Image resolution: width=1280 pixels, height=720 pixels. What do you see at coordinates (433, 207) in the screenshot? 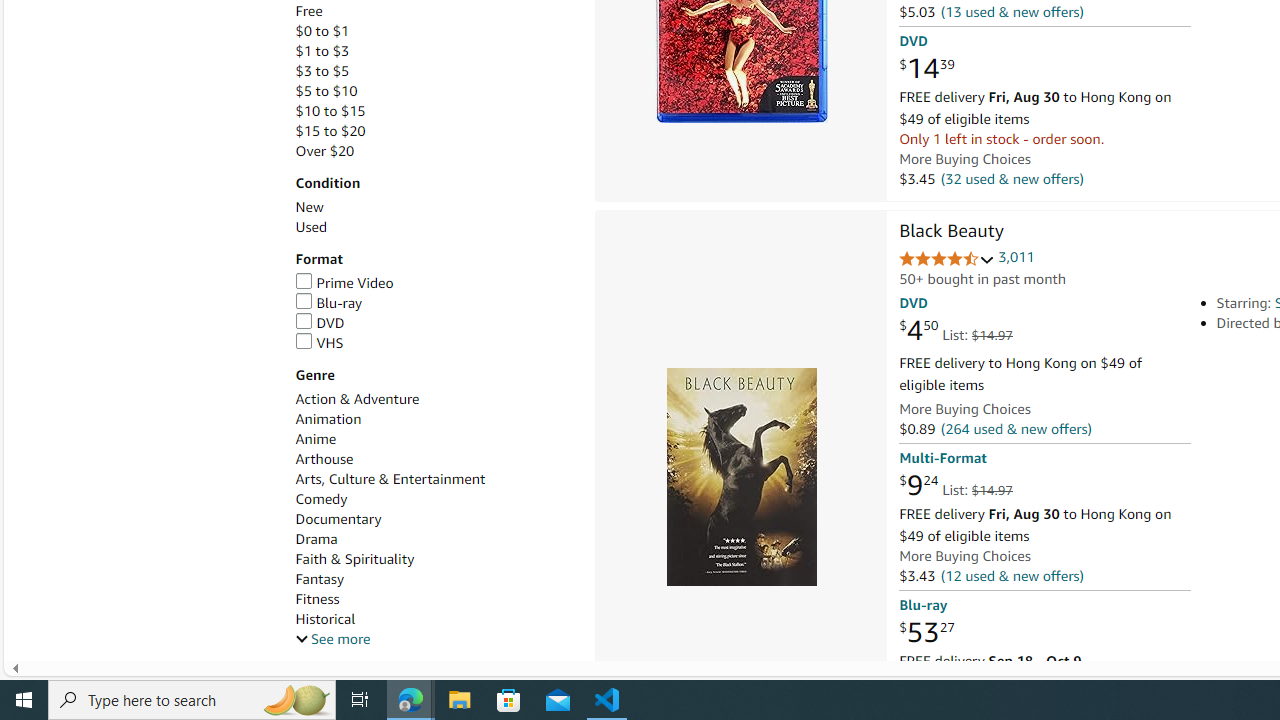
I see `'New'` at bounding box center [433, 207].